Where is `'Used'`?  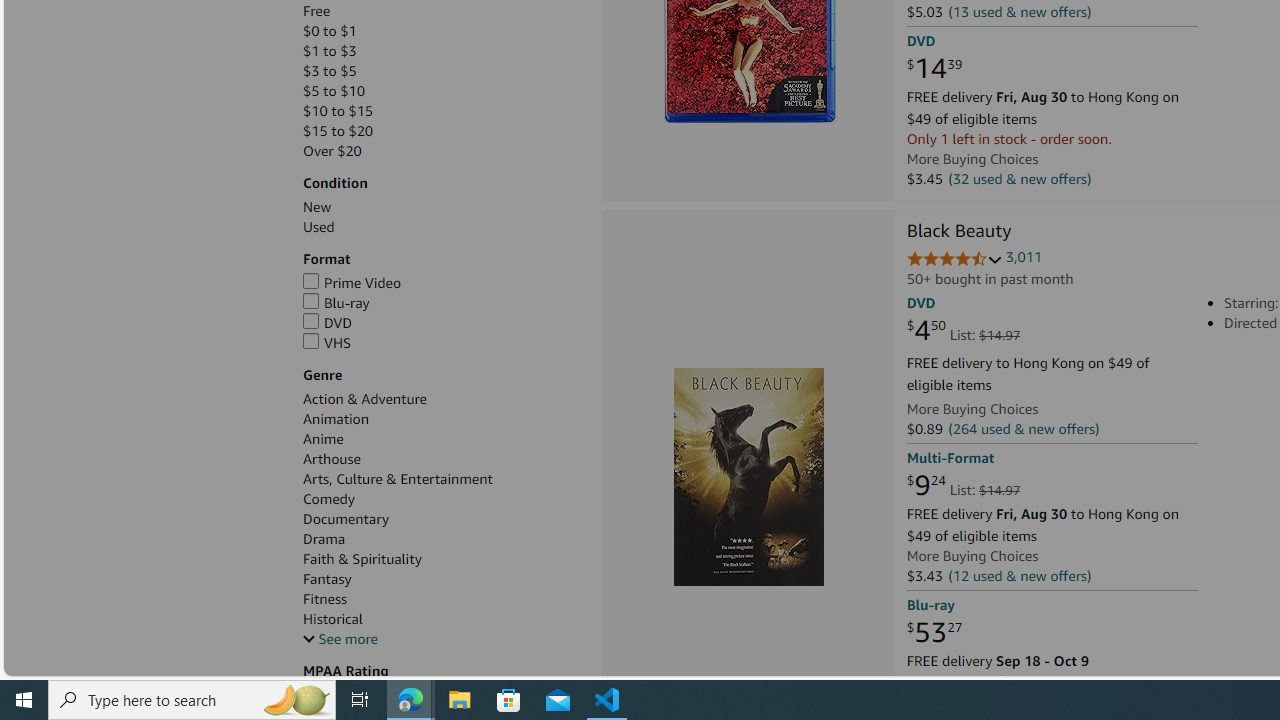 'Used' is located at coordinates (441, 226).